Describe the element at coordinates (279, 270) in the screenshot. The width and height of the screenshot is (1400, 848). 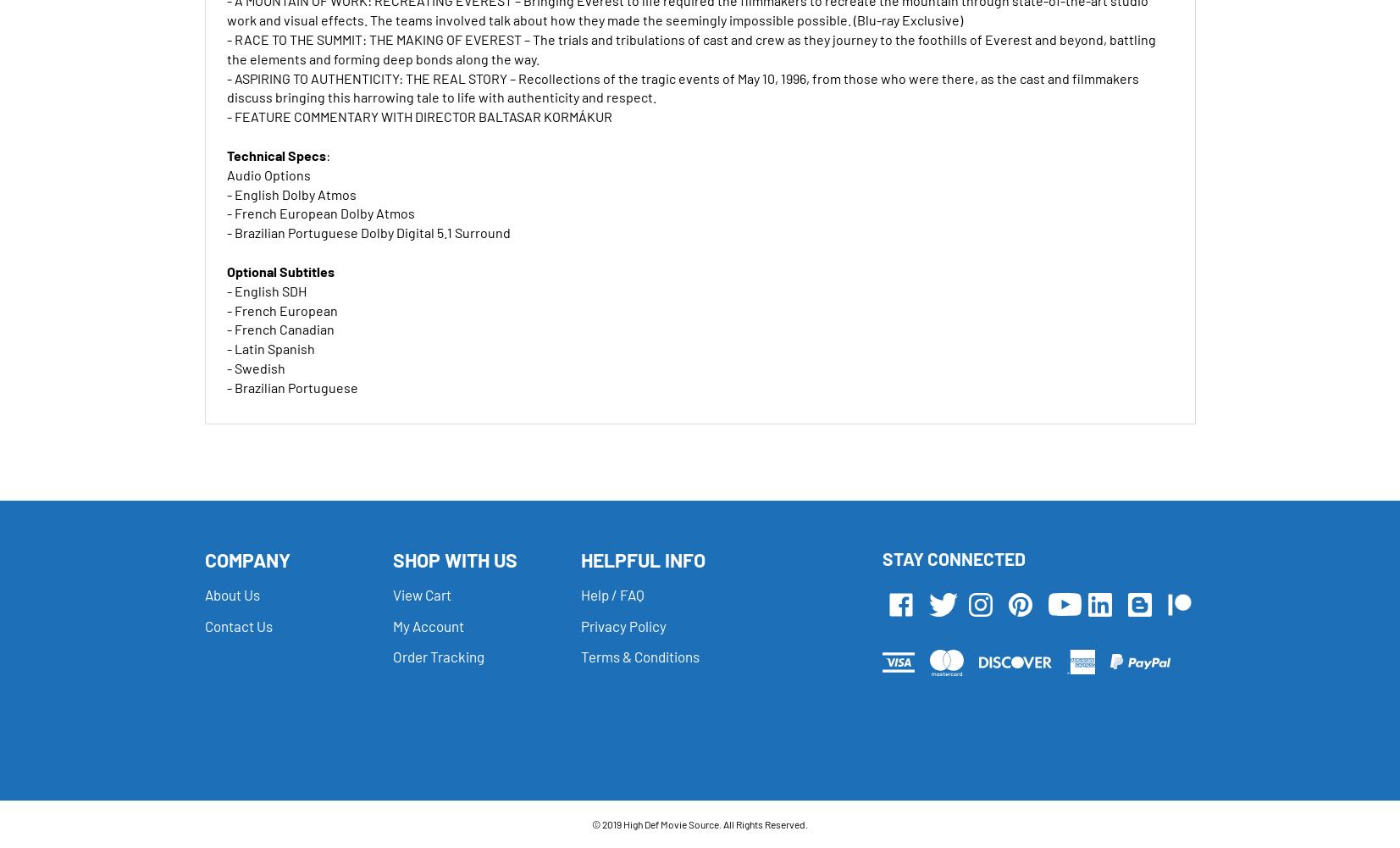
I see `'Optional Subtitles'` at that location.